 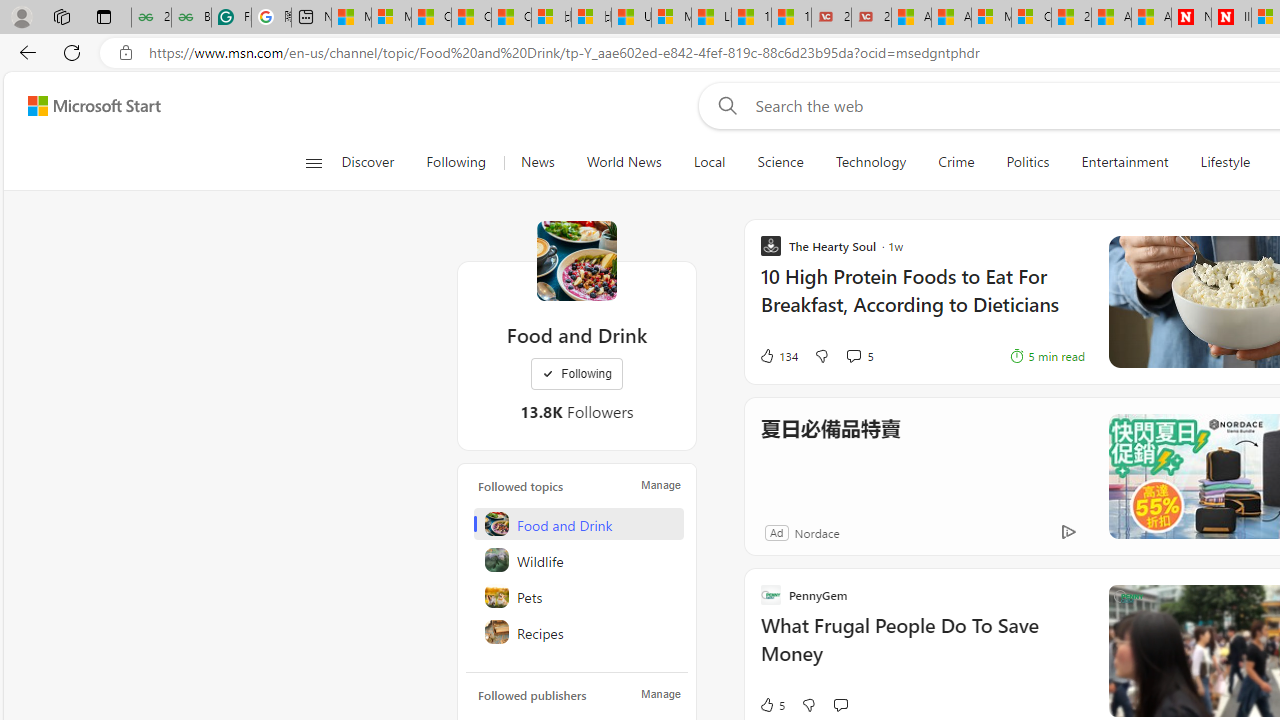 I want to click on 'World News', so click(x=623, y=162).